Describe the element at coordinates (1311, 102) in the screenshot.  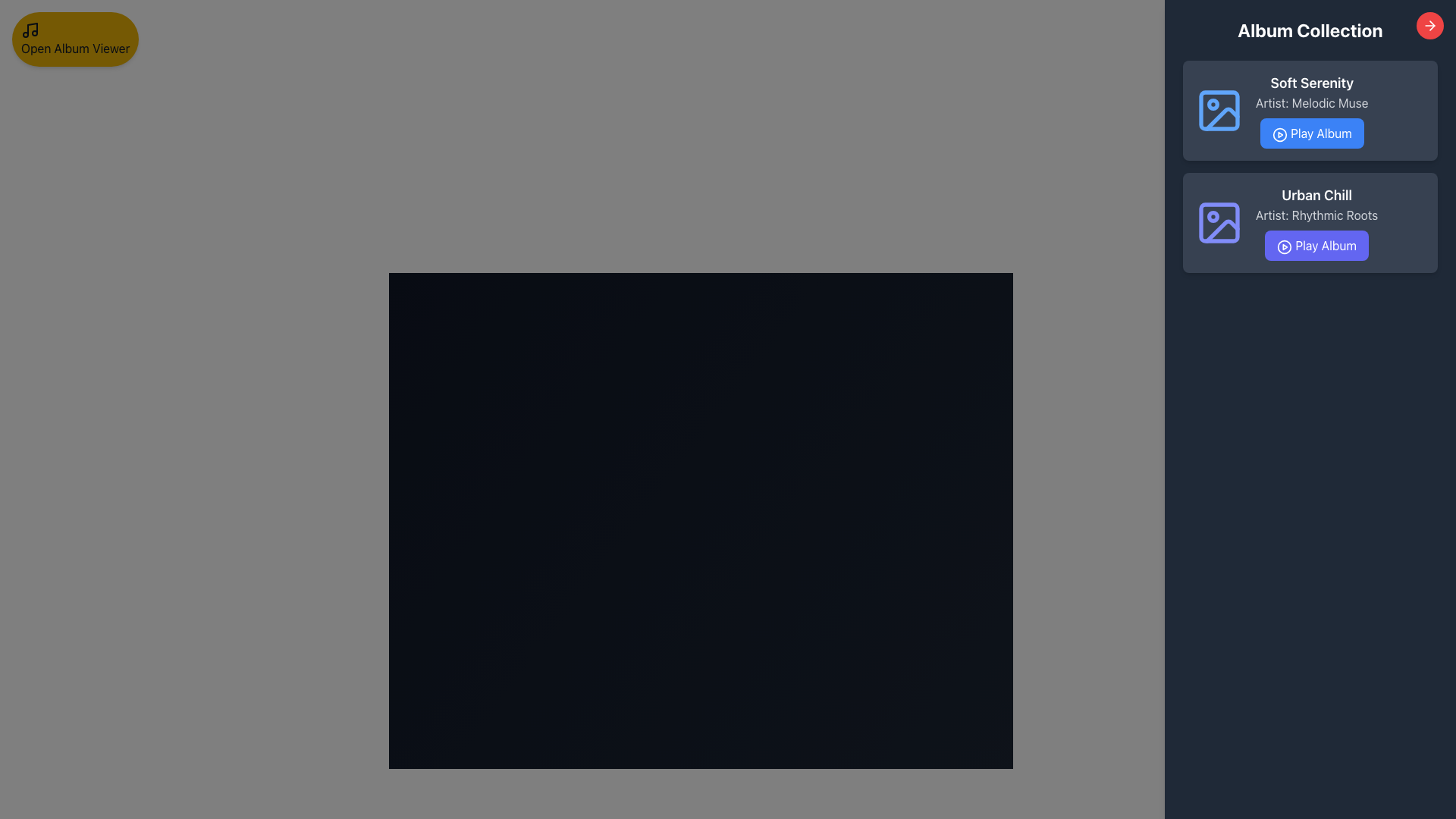
I see `the text label displaying artist information for the album 'Soft Serenity', located below the album title within the first card in the right-hand panel` at that location.